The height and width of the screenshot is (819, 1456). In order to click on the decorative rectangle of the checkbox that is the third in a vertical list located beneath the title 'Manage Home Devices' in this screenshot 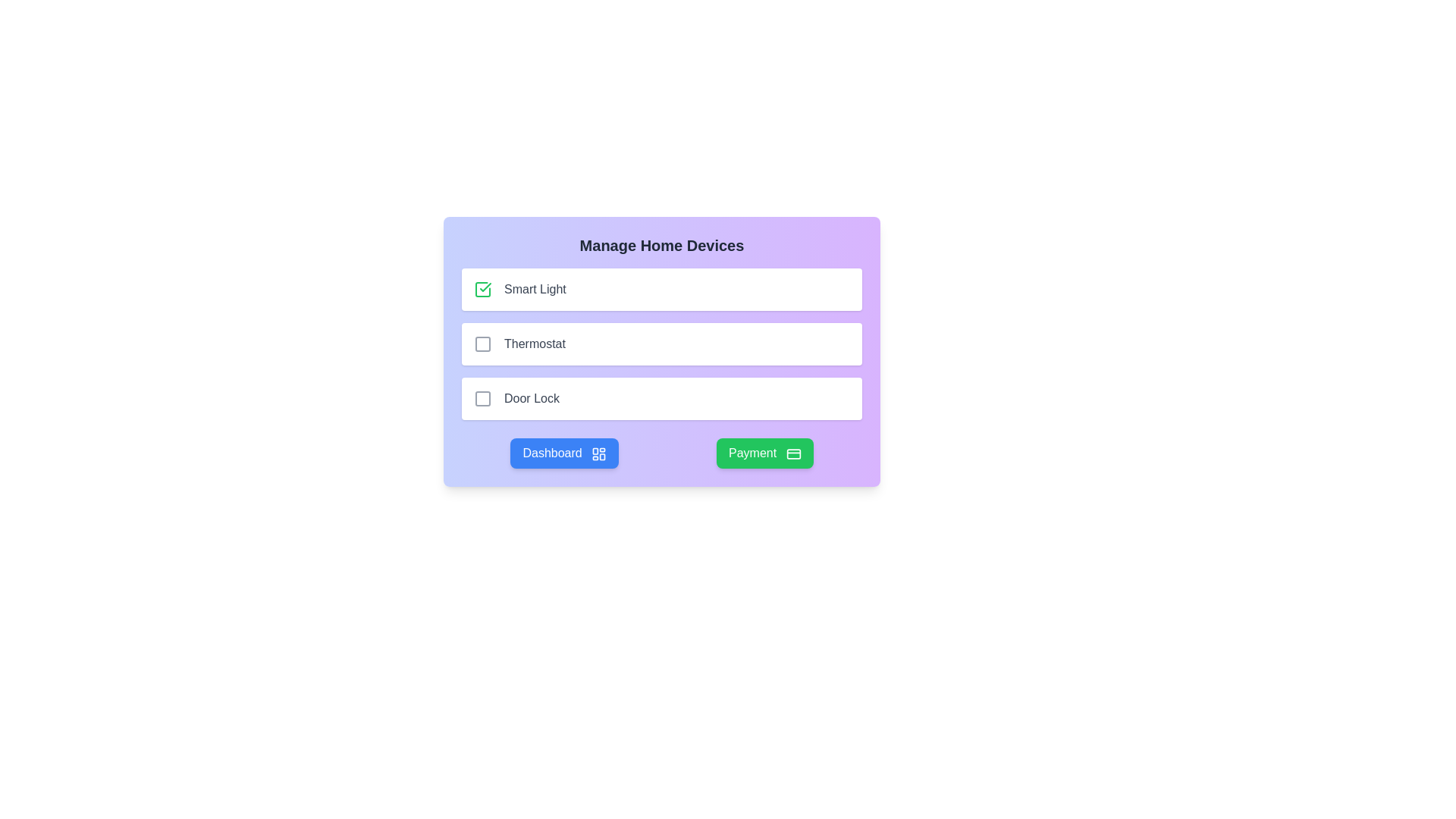, I will do `click(482, 397)`.